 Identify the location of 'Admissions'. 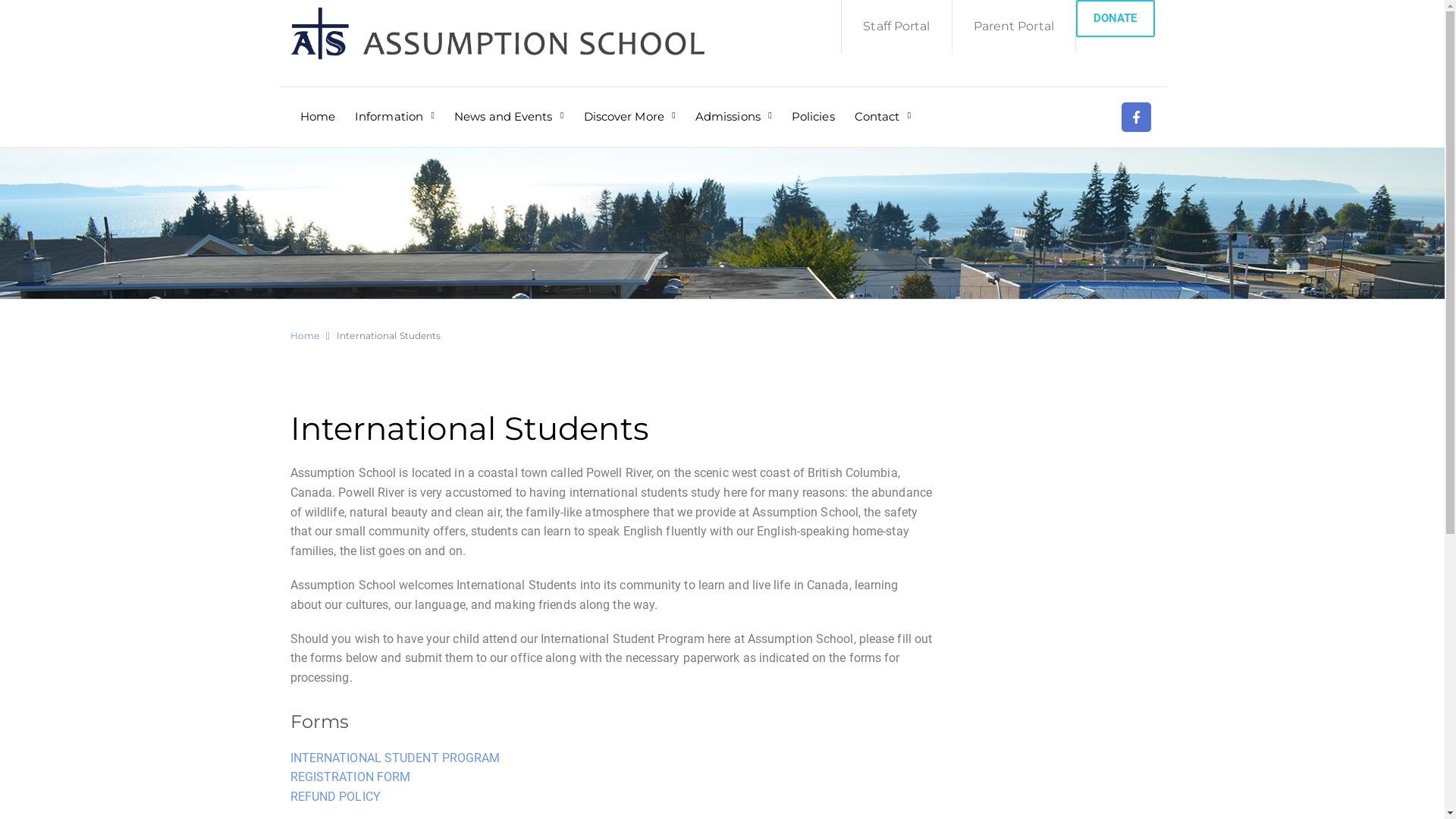
(733, 105).